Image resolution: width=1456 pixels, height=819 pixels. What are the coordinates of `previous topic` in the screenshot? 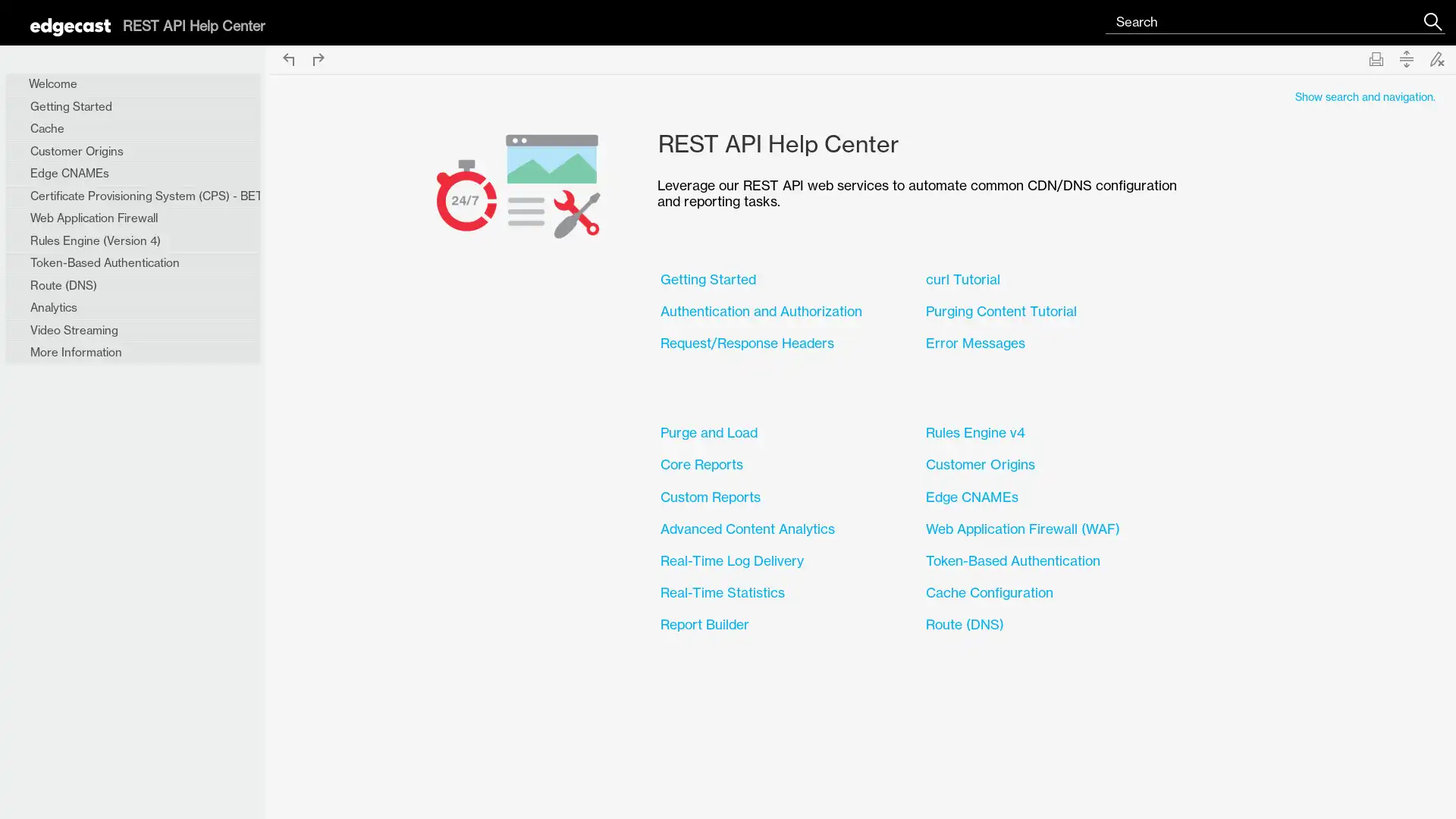 It's located at (287, 58).